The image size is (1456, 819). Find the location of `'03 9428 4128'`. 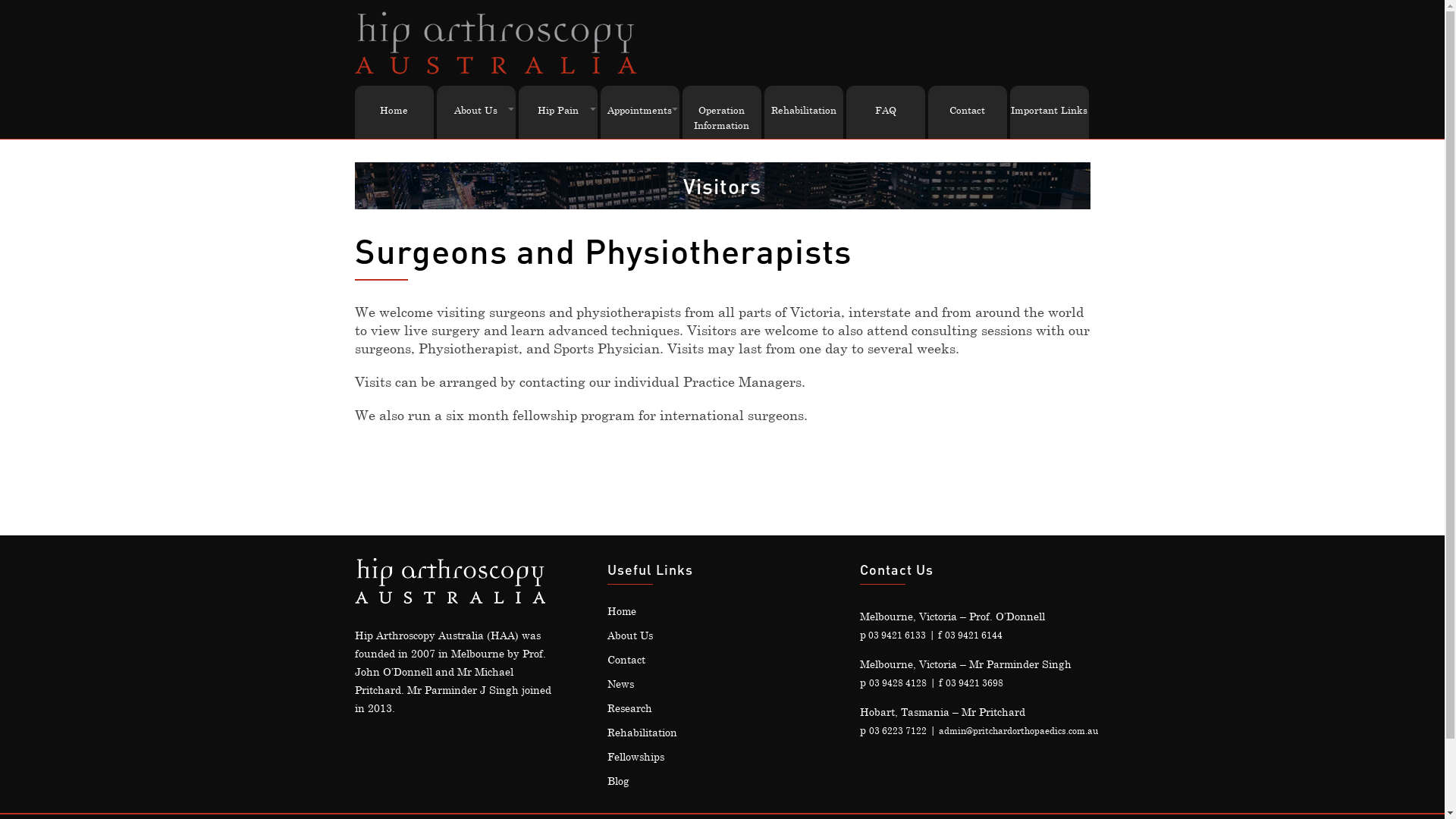

'03 9428 4128' is located at coordinates (869, 681).